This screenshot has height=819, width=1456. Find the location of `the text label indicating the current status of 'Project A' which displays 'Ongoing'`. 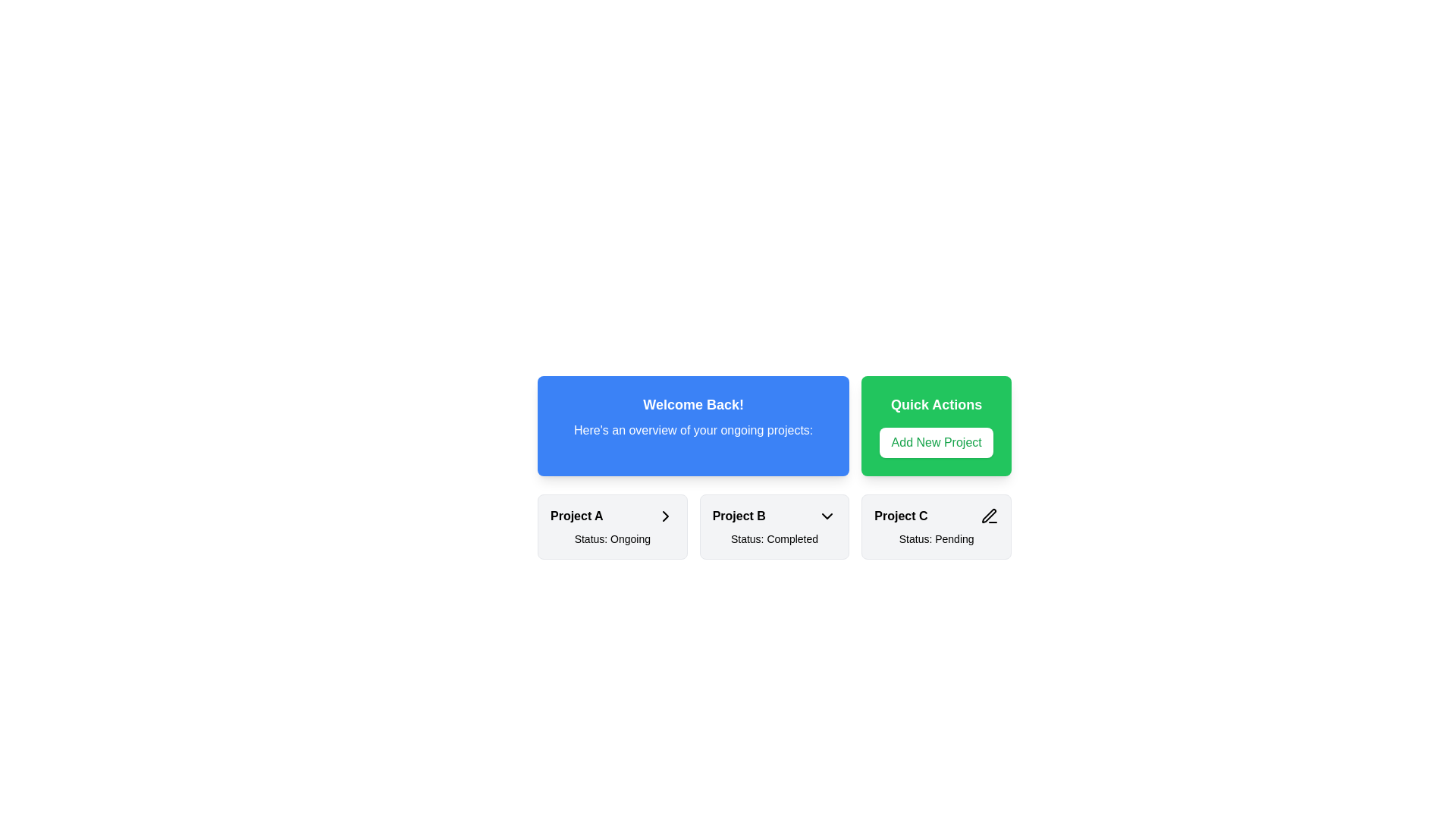

the text label indicating the current status of 'Project A' which displays 'Ongoing' is located at coordinates (612, 538).